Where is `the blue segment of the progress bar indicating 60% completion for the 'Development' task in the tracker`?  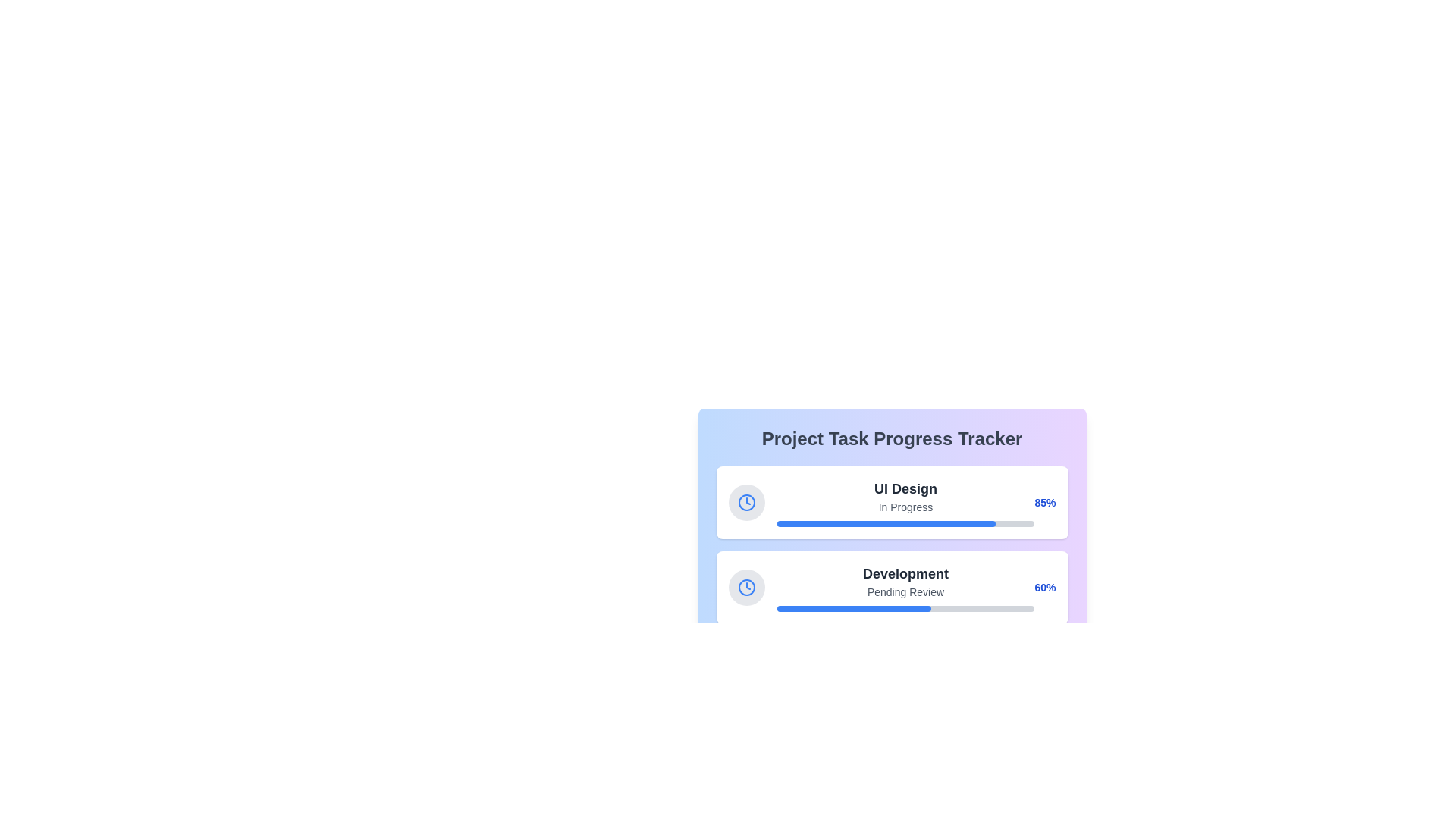 the blue segment of the progress bar indicating 60% completion for the 'Development' task in the tracker is located at coordinates (854, 607).